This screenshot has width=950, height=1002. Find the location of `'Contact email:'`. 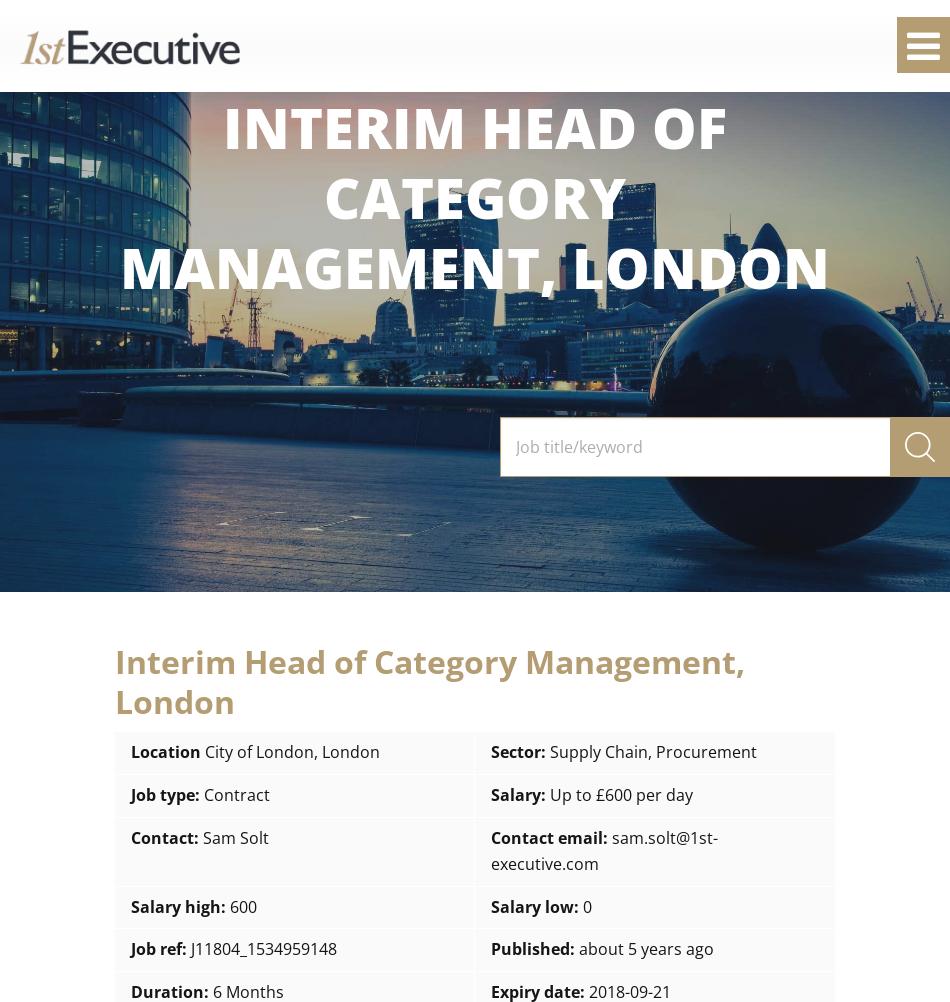

'Contact email:' is located at coordinates (549, 836).